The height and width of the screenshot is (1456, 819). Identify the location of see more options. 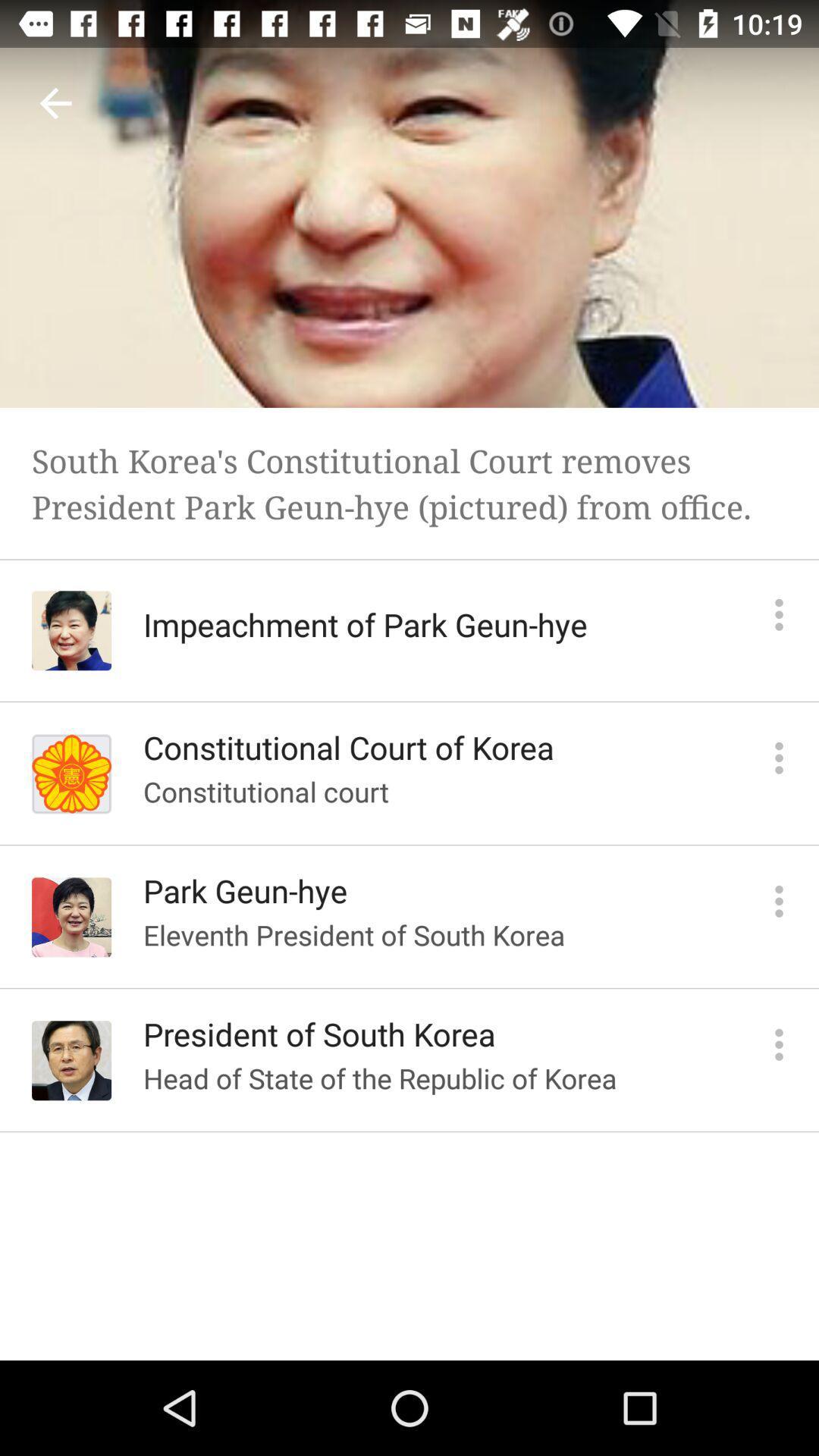
(779, 901).